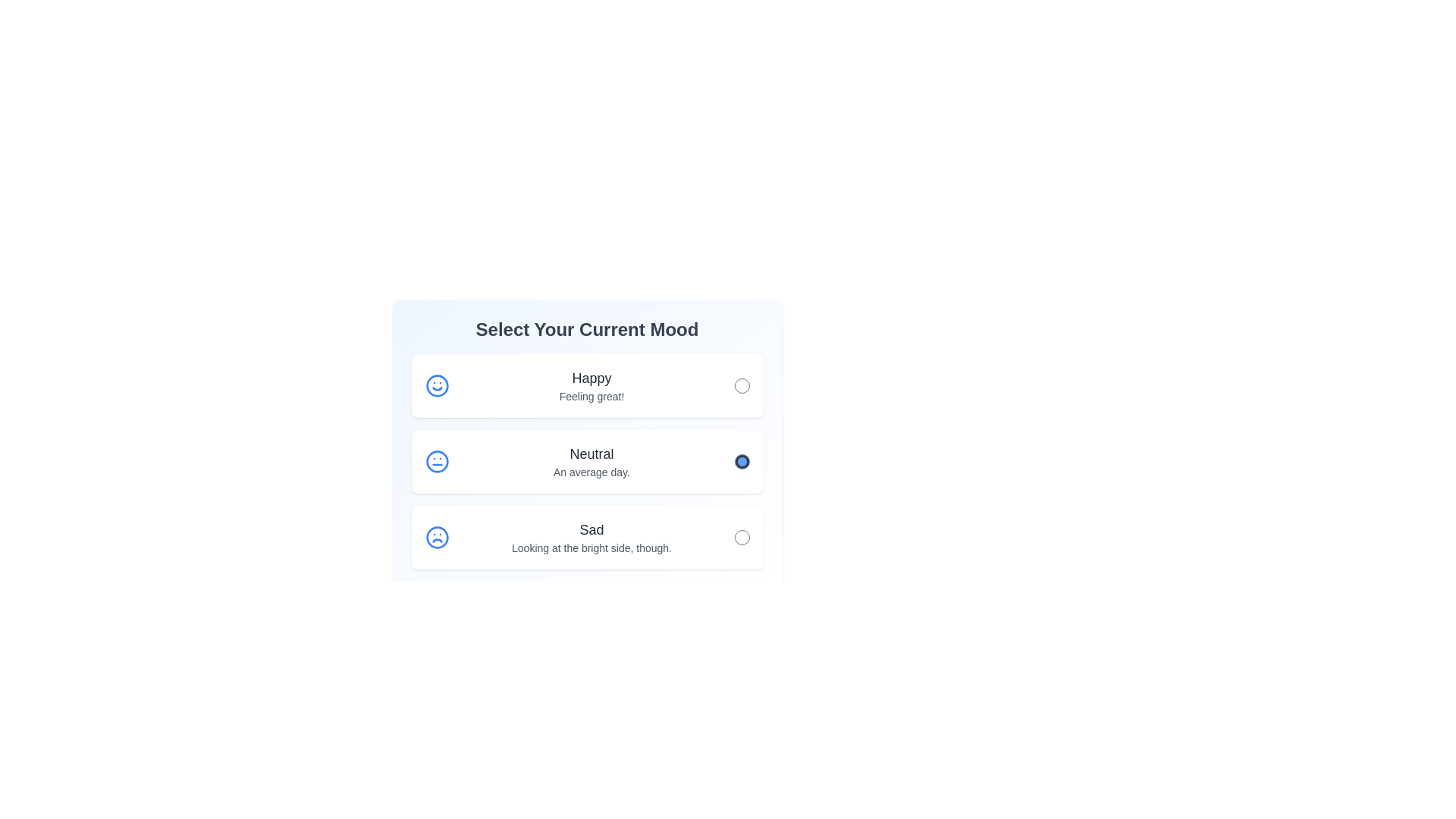 The image size is (1456, 819). Describe the element at coordinates (586, 385) in the screenshot. I see `the first radio button option card in the mood selection interface` at that location.